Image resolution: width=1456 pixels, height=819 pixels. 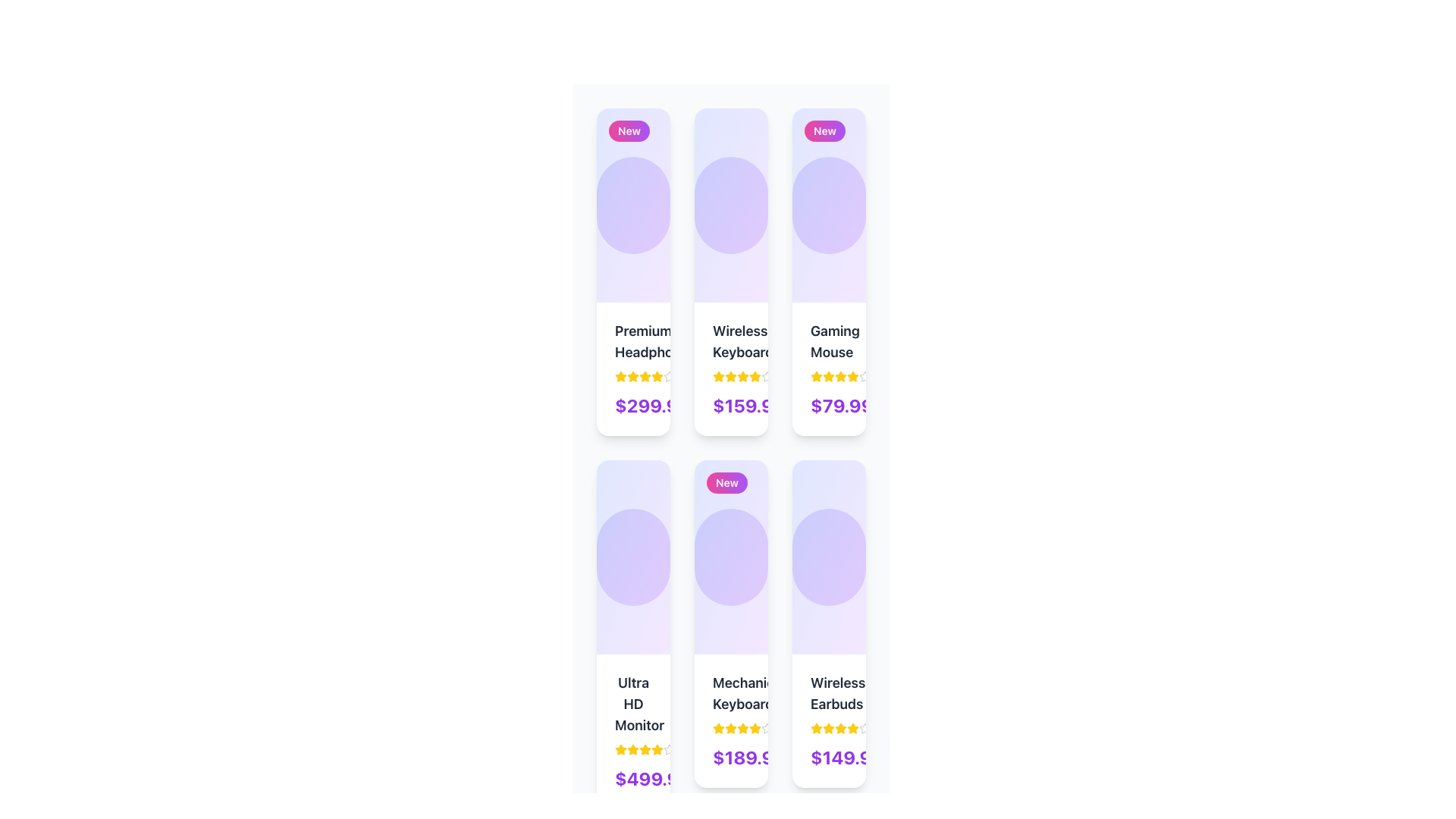 What do you see at coordinates (828, 557) in the screenshot?
I see `the decorative circular design element in the 'Wireless Earbuds' product card to navigate to the detailed view` at bounding box center [828, 557].